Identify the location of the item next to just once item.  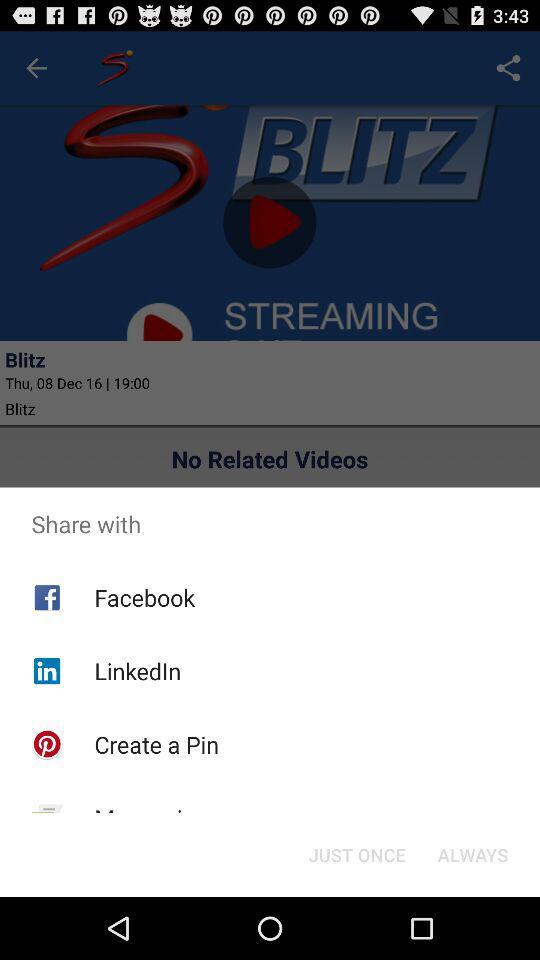
(167, 885).